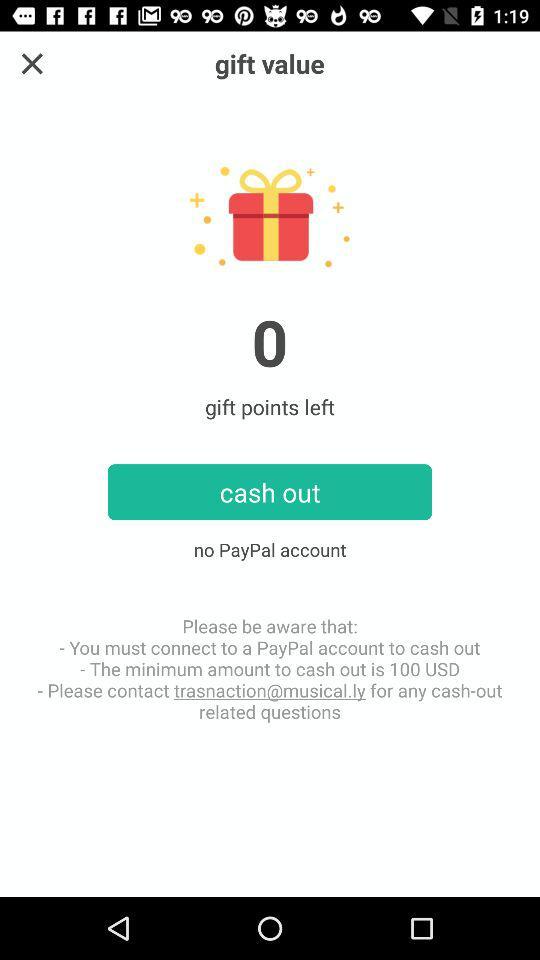 This screenshot has width=540, height=960. What do you see at coordinates (31, 63) in the screenshot?
I see `icon at the top left corner` at bounding box center [31, 63].